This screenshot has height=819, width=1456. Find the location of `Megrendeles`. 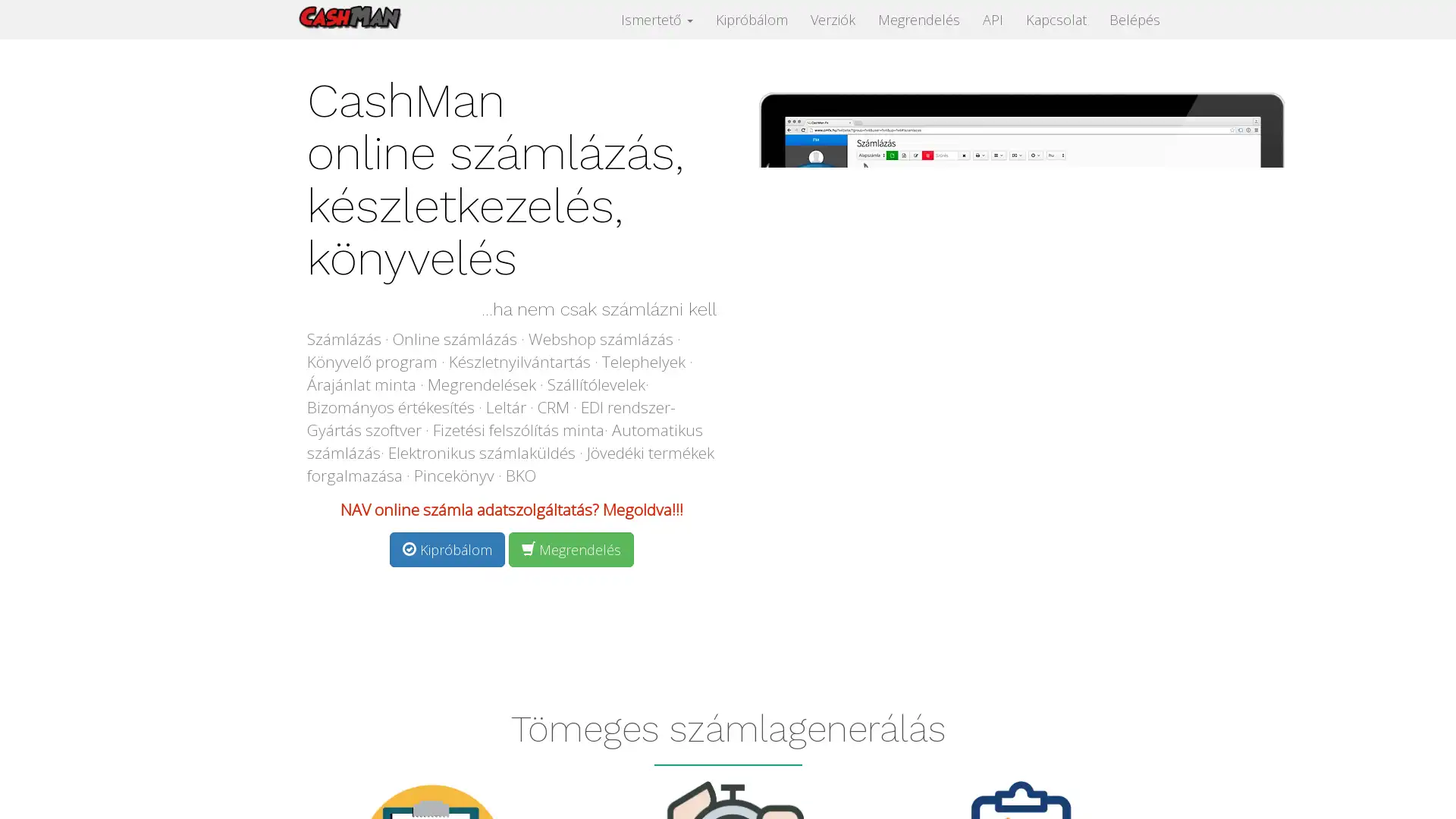

Megrendeles is located at coordinates (570, 549).